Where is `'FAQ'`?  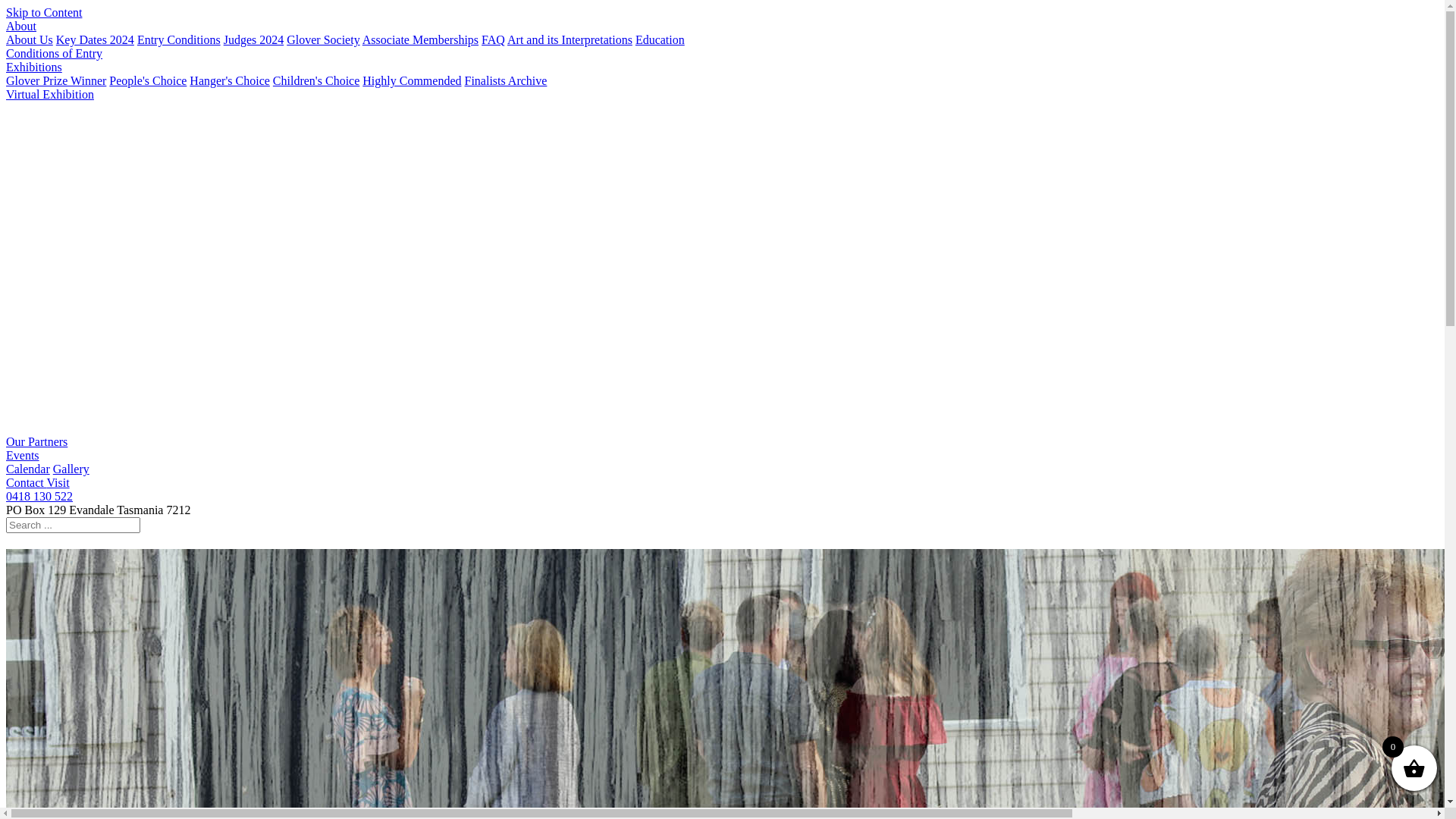 'FAQ' is located at coordinates (480, 39).